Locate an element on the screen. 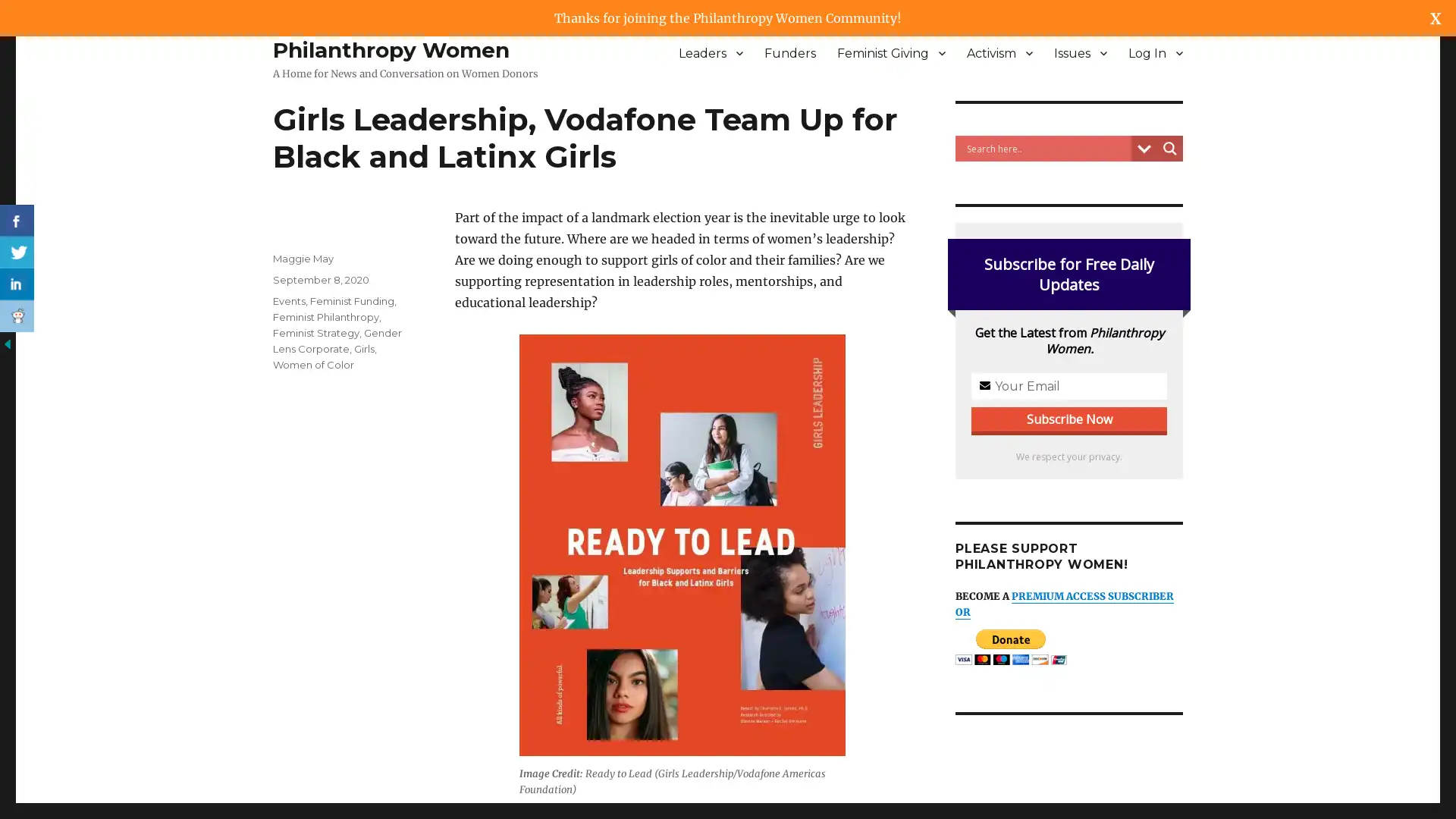 This screenshot has height=819, width=1456. Close is located at coordinates (915, 302).